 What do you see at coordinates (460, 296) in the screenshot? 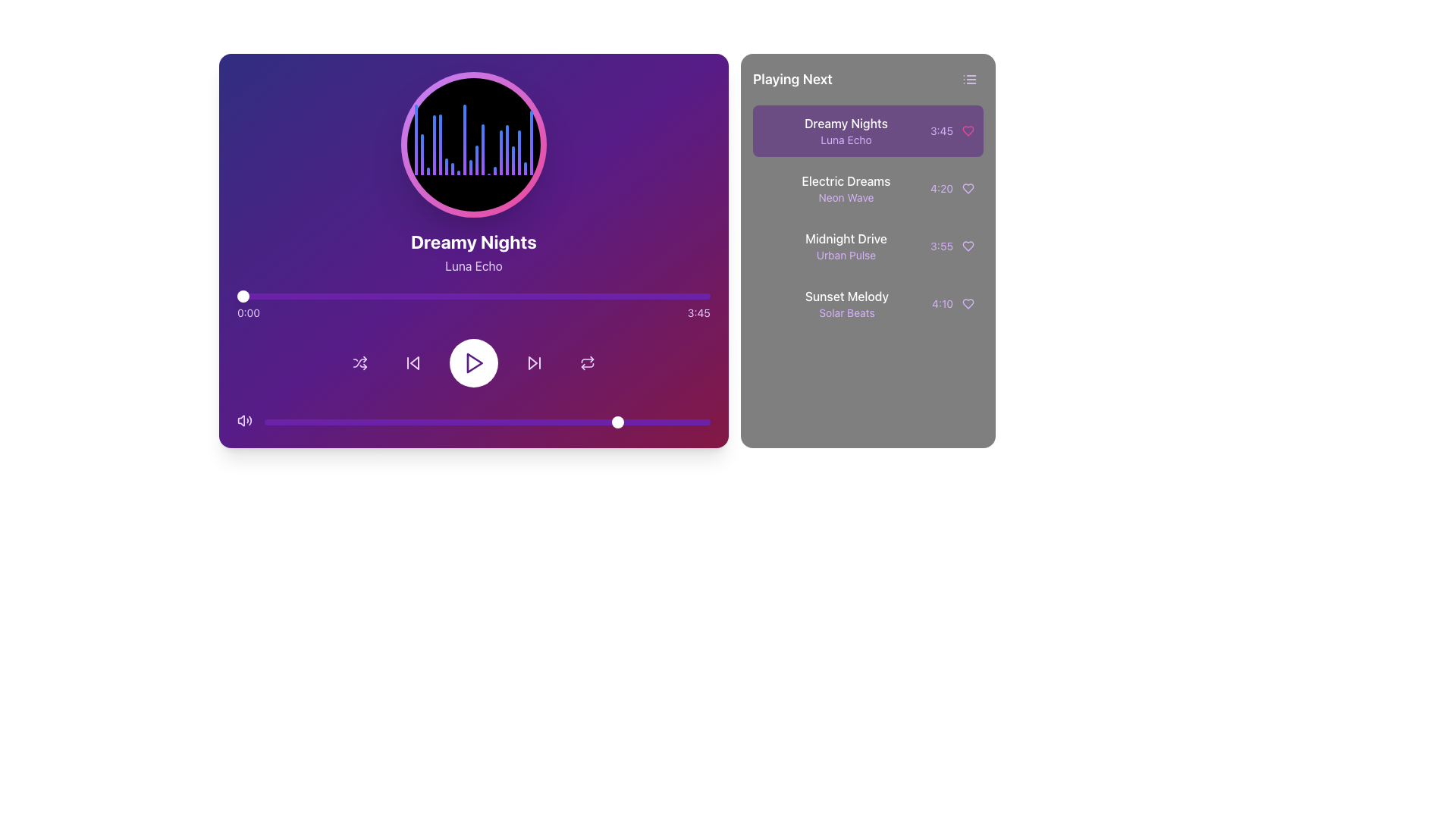
I see `the playback position` at bounding box center [460, 296].